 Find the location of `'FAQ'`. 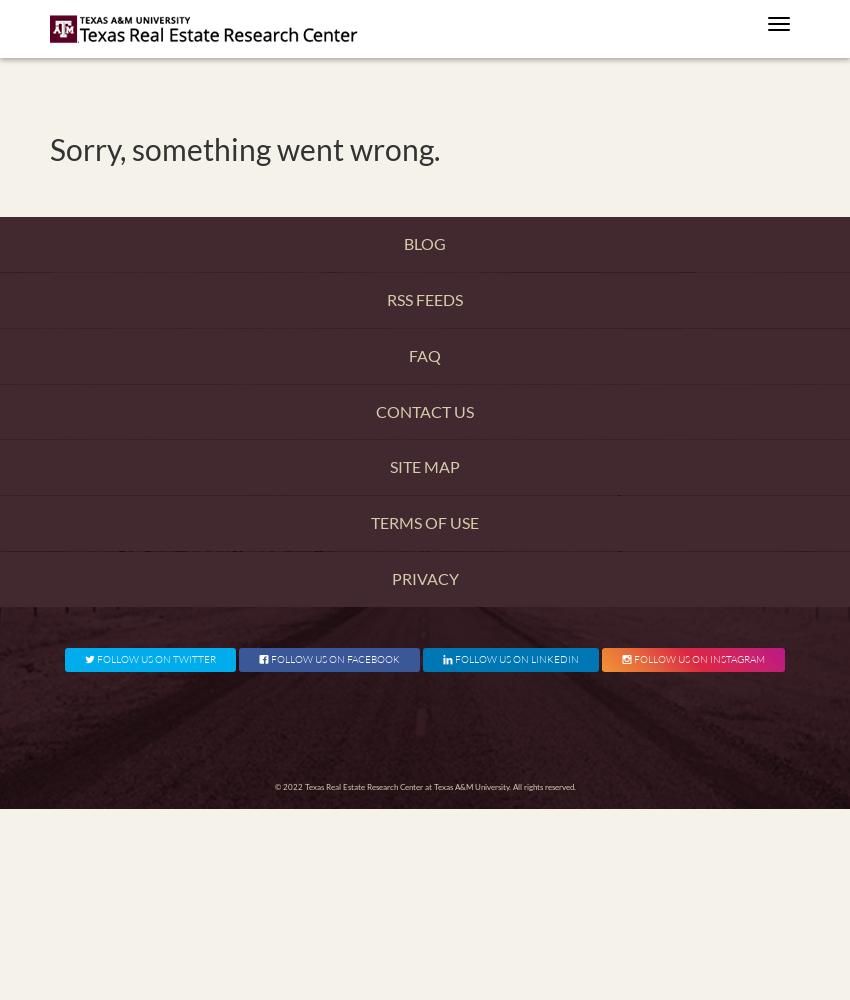

'FAQ' is located at coordinates (409, 353).